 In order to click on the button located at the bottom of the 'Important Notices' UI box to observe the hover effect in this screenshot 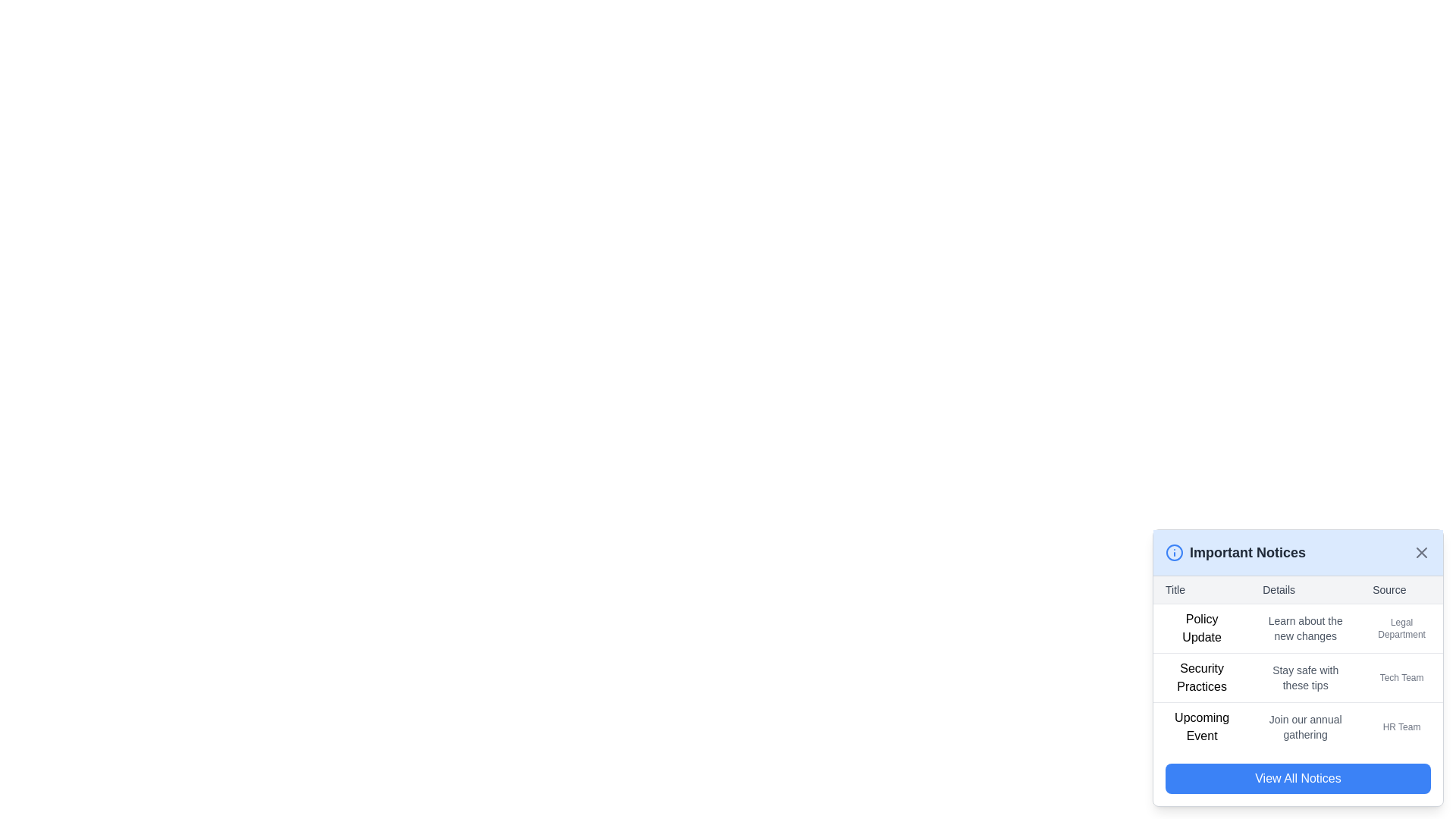, I will do `click(1298, 778)`.